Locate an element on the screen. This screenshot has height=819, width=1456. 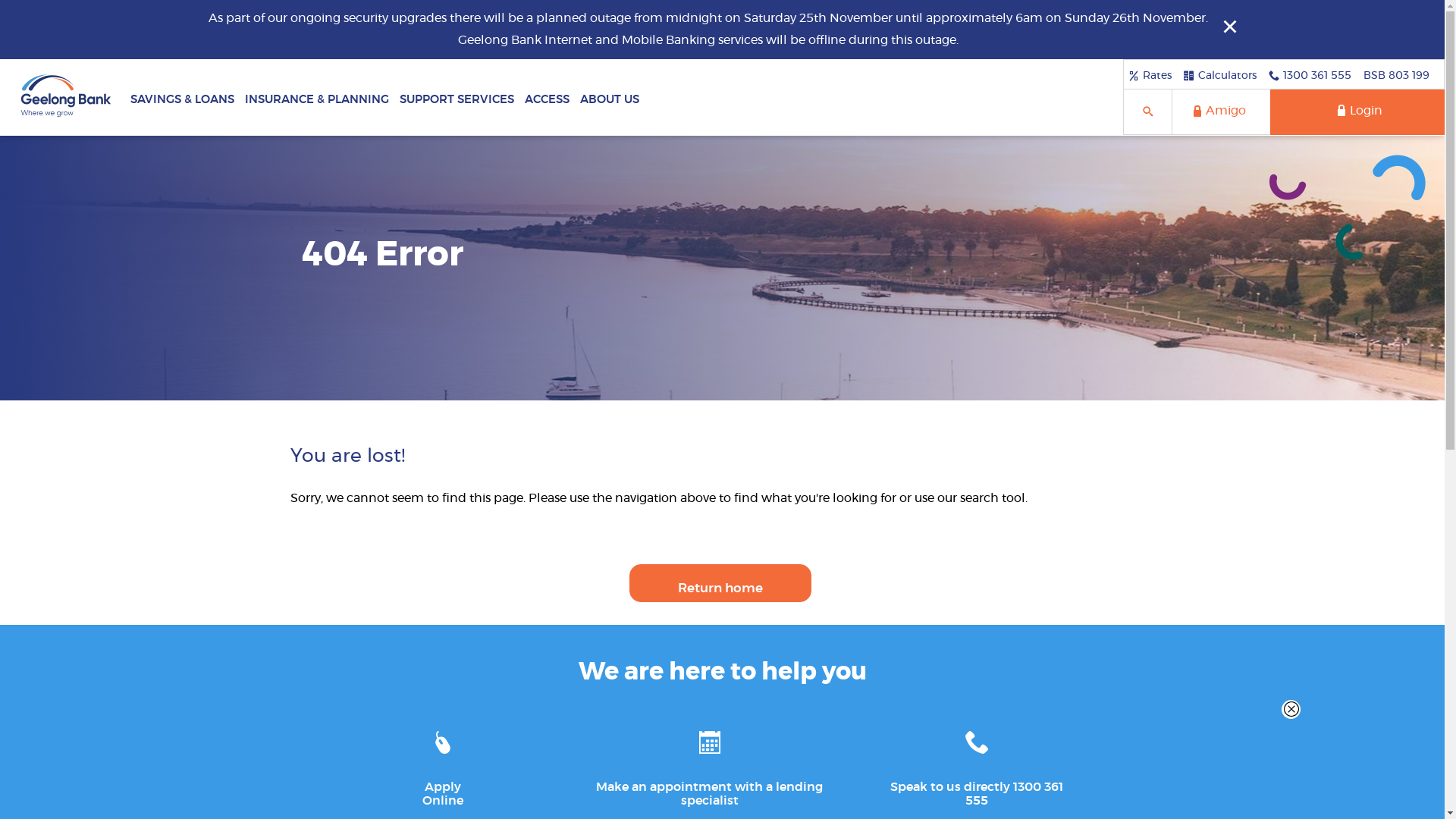
'SAVINGS & LOANS' is located at coordinates (182, 96).